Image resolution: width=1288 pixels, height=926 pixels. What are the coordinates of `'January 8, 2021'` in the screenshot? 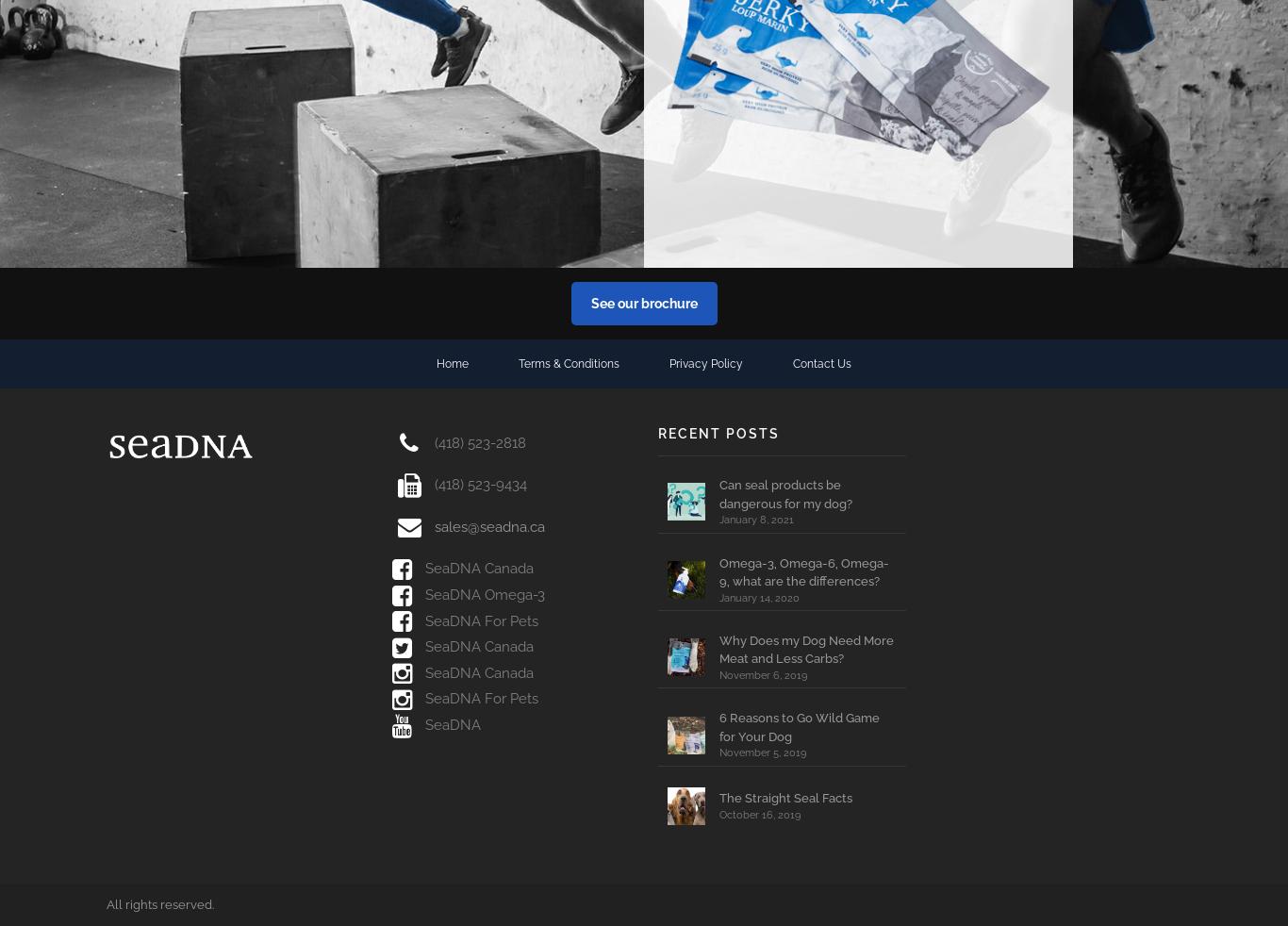 It's located at (755, 519).